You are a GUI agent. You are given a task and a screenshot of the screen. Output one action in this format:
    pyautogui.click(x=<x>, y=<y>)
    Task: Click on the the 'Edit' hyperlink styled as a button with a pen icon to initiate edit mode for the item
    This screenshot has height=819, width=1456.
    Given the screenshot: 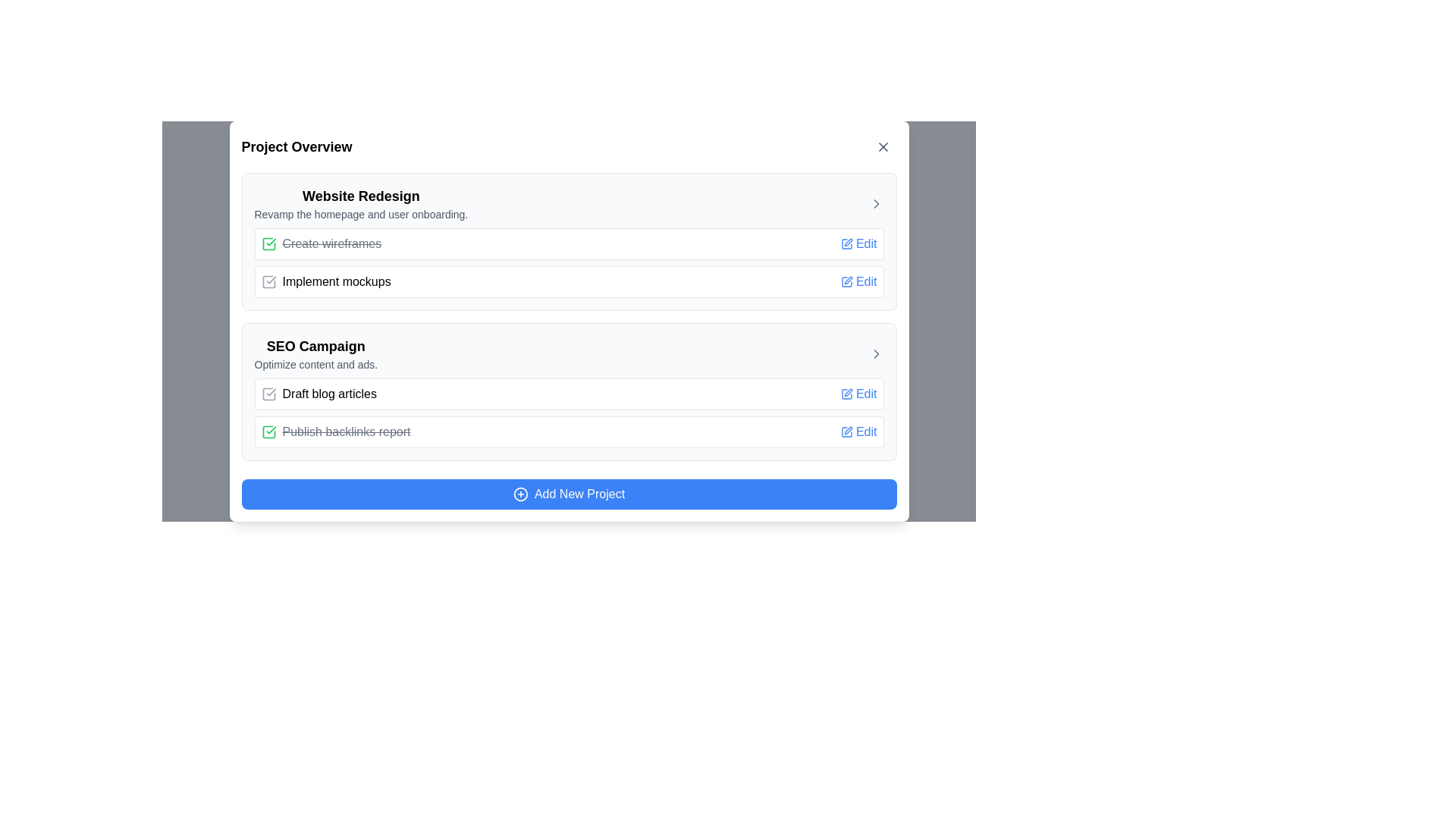 What is the action you would take?
    pyautogui.click(x=858, y=281)
    